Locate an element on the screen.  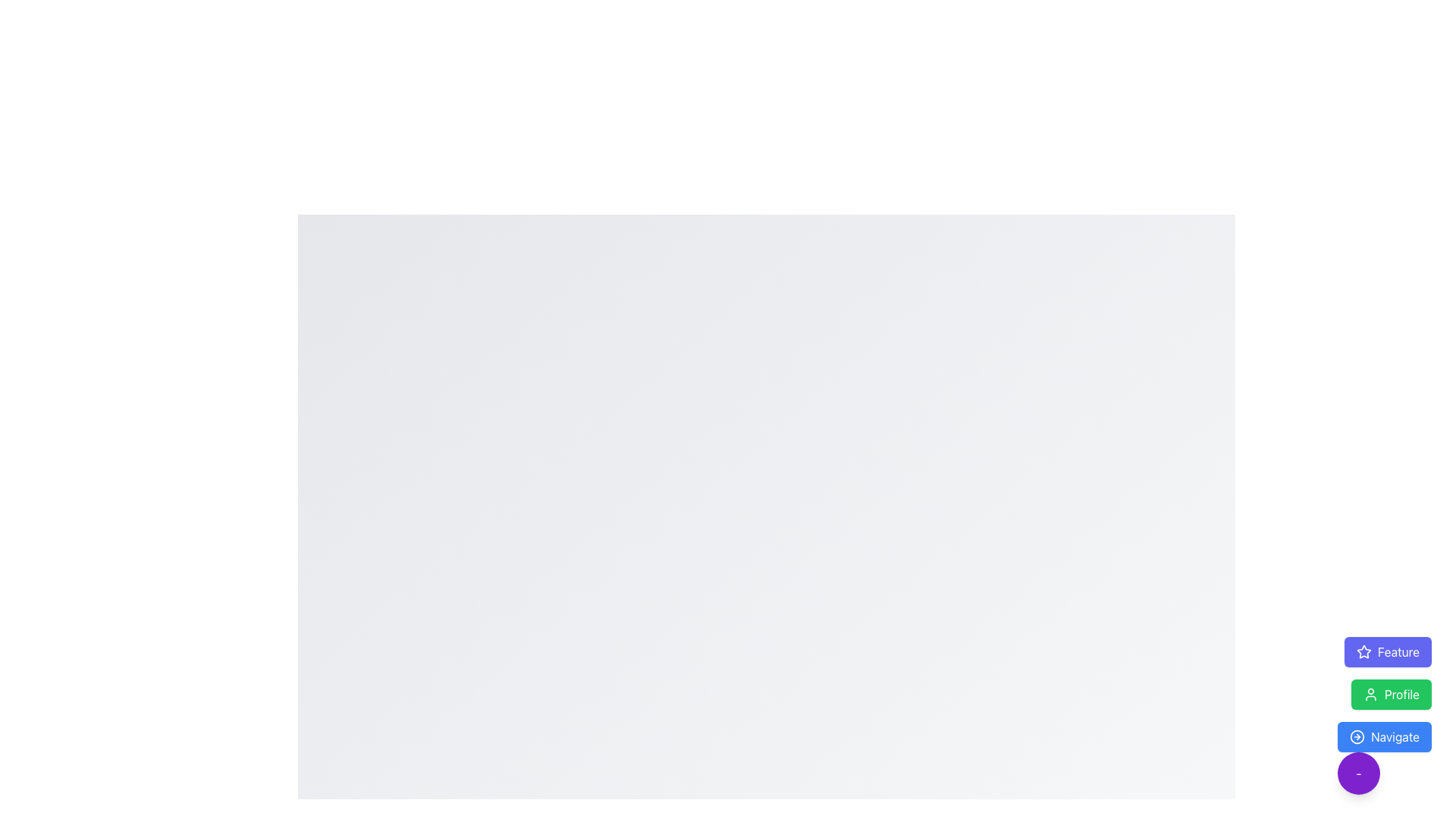
the star-shaped hollow SVG icon located to the left of the 'Feature' button in the vertically aligned button group is located at coordinates (1363, 651).